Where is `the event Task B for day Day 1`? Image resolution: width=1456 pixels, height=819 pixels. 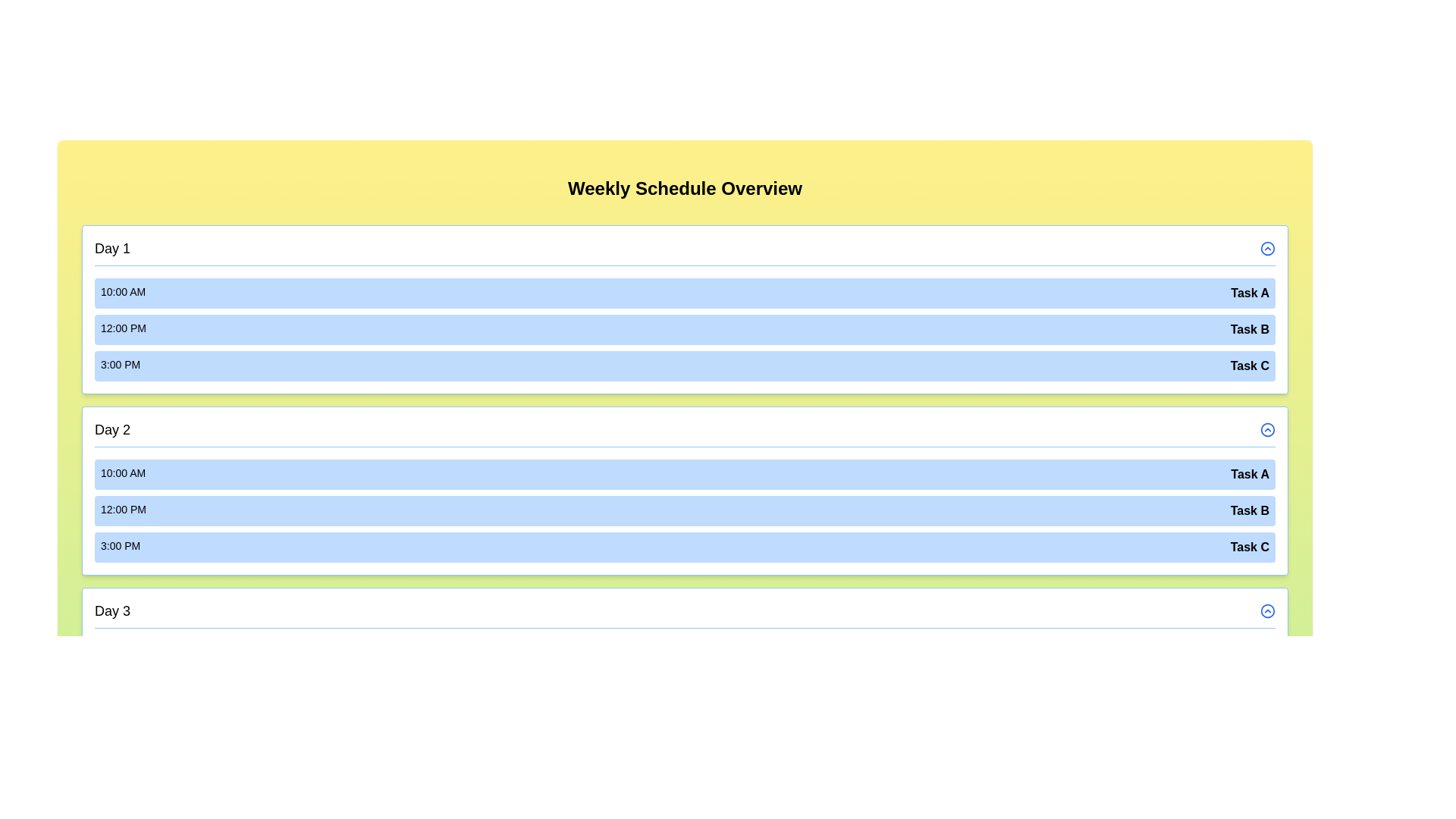 the event Task B for day Day 1 is located at coordinates (684, 329).